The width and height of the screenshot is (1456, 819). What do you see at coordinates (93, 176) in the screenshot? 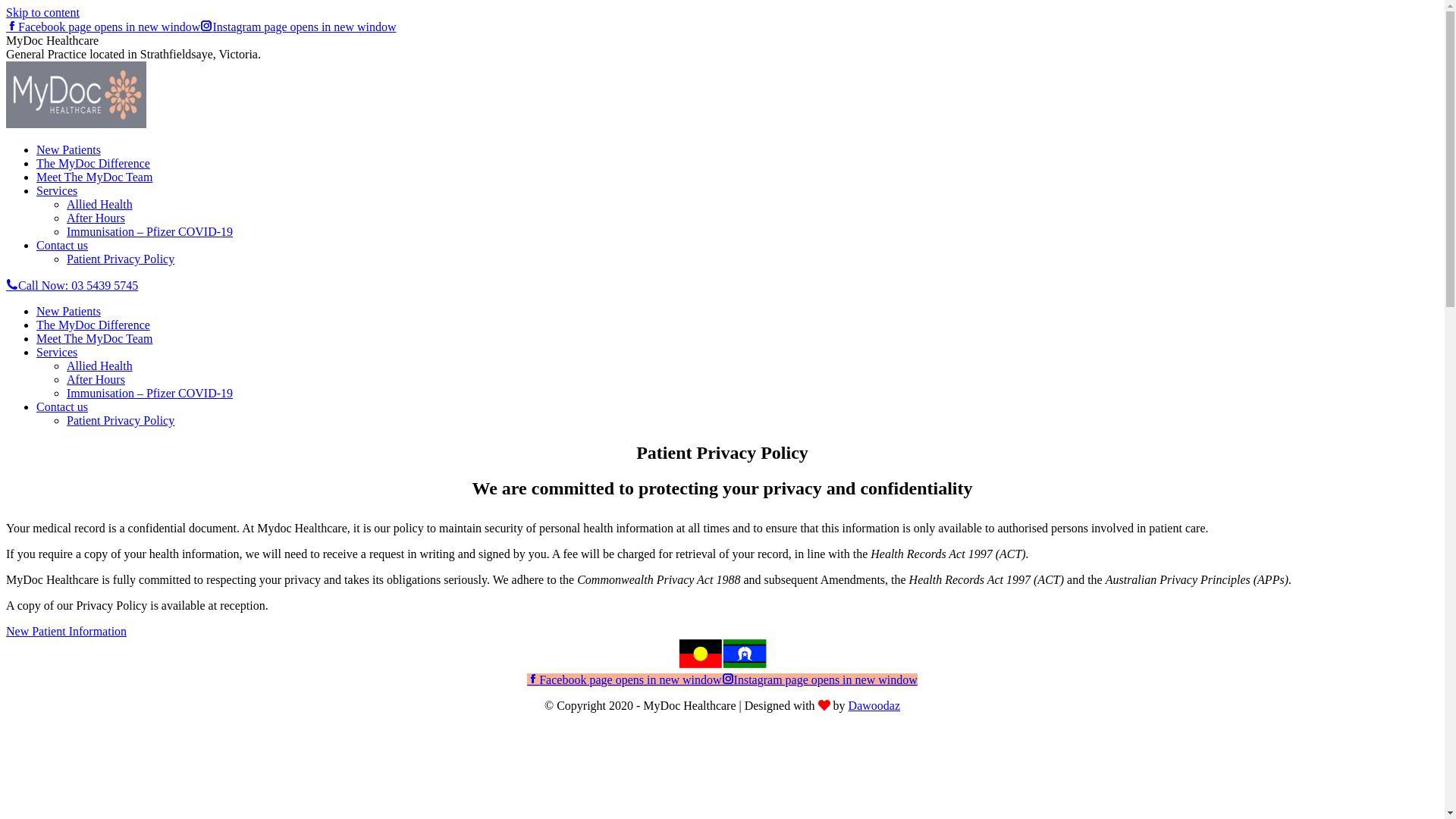
I see `'Meet The MyDoc Team'` at bounding box center [93, 176].